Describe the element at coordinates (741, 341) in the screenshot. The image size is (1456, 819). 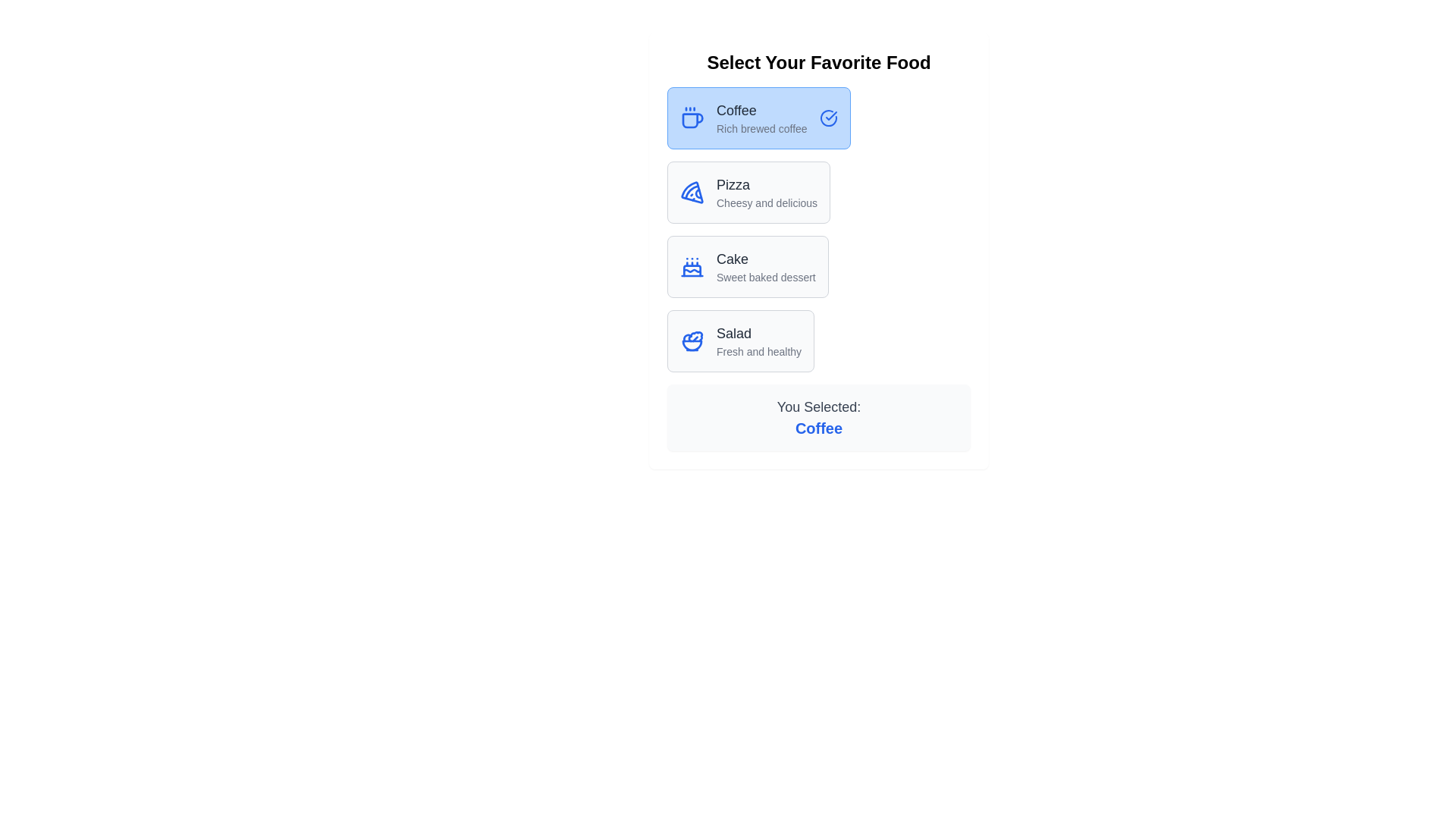
I see `the interactive button for 'Salad', which is the fourth item in the vertically stacked list, positioned between 'Cake' above and 'You Selected:' below` at that location.